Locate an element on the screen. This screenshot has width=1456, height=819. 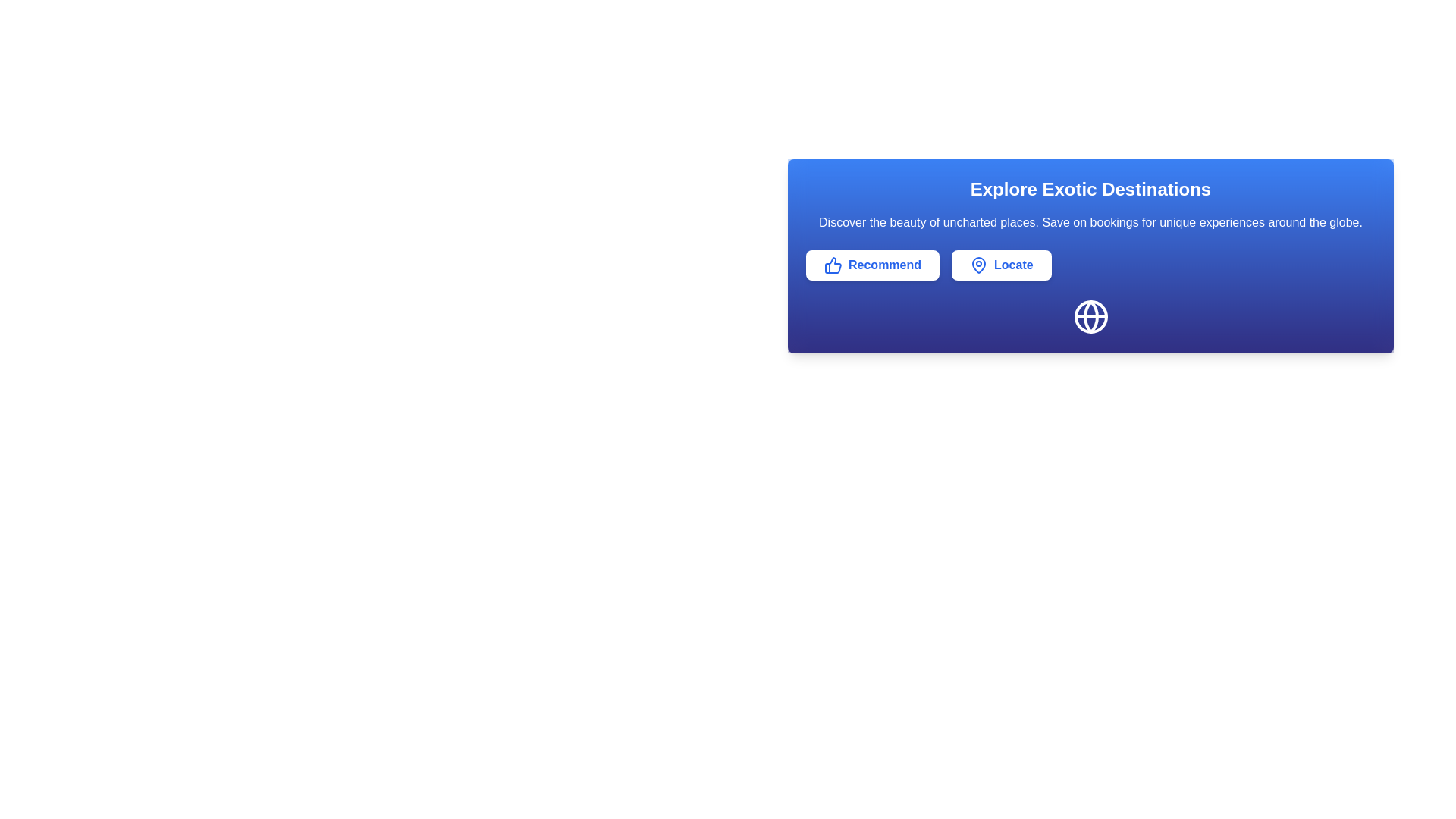
the central circle of the animated globe graphic in the SVG format, located below the 'Locate' button is located at coordinates (1090, 315).